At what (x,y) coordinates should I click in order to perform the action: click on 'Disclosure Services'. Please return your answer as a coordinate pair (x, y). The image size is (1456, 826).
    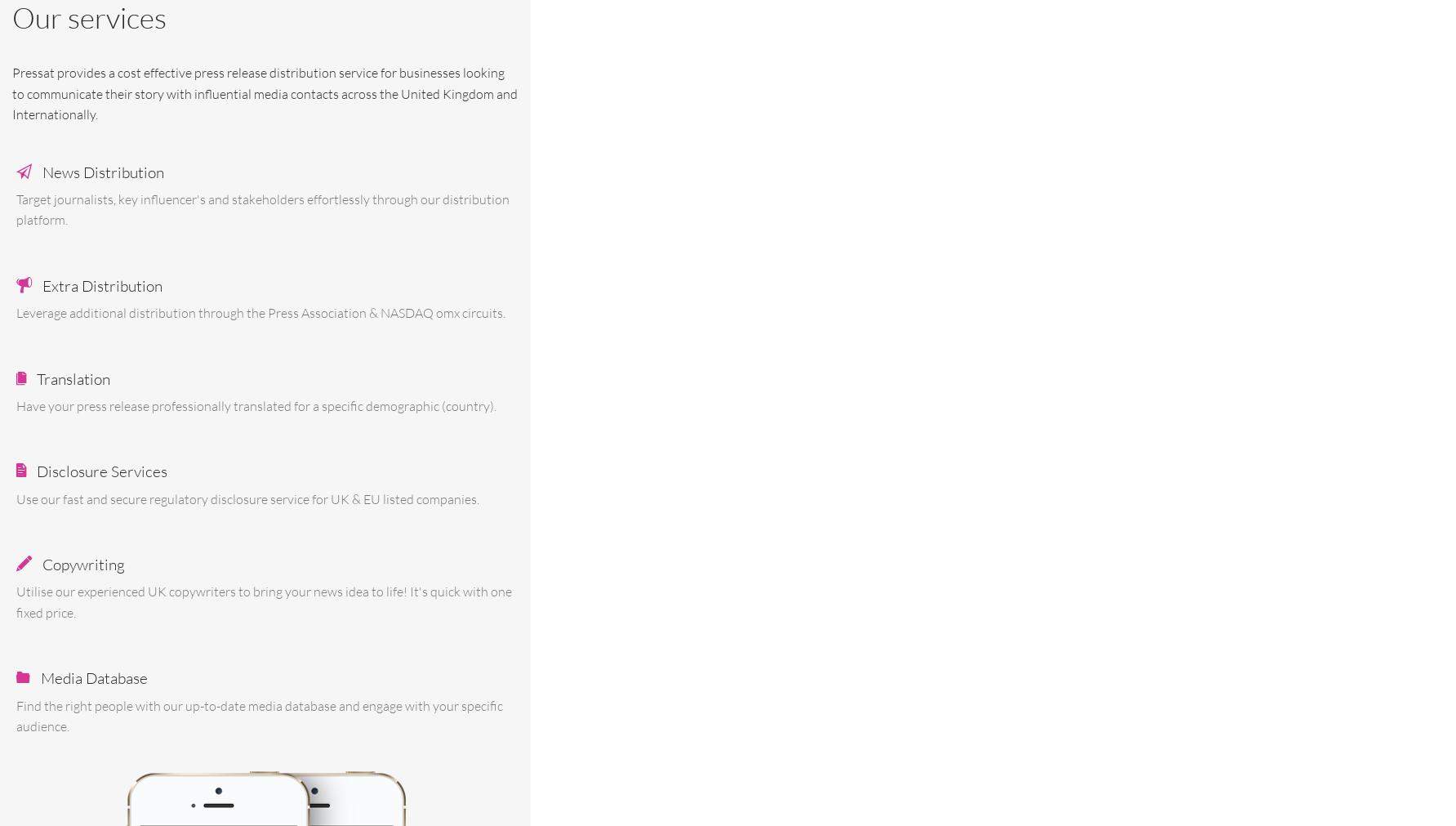
    Looking at the image, I should click on (100, 471).